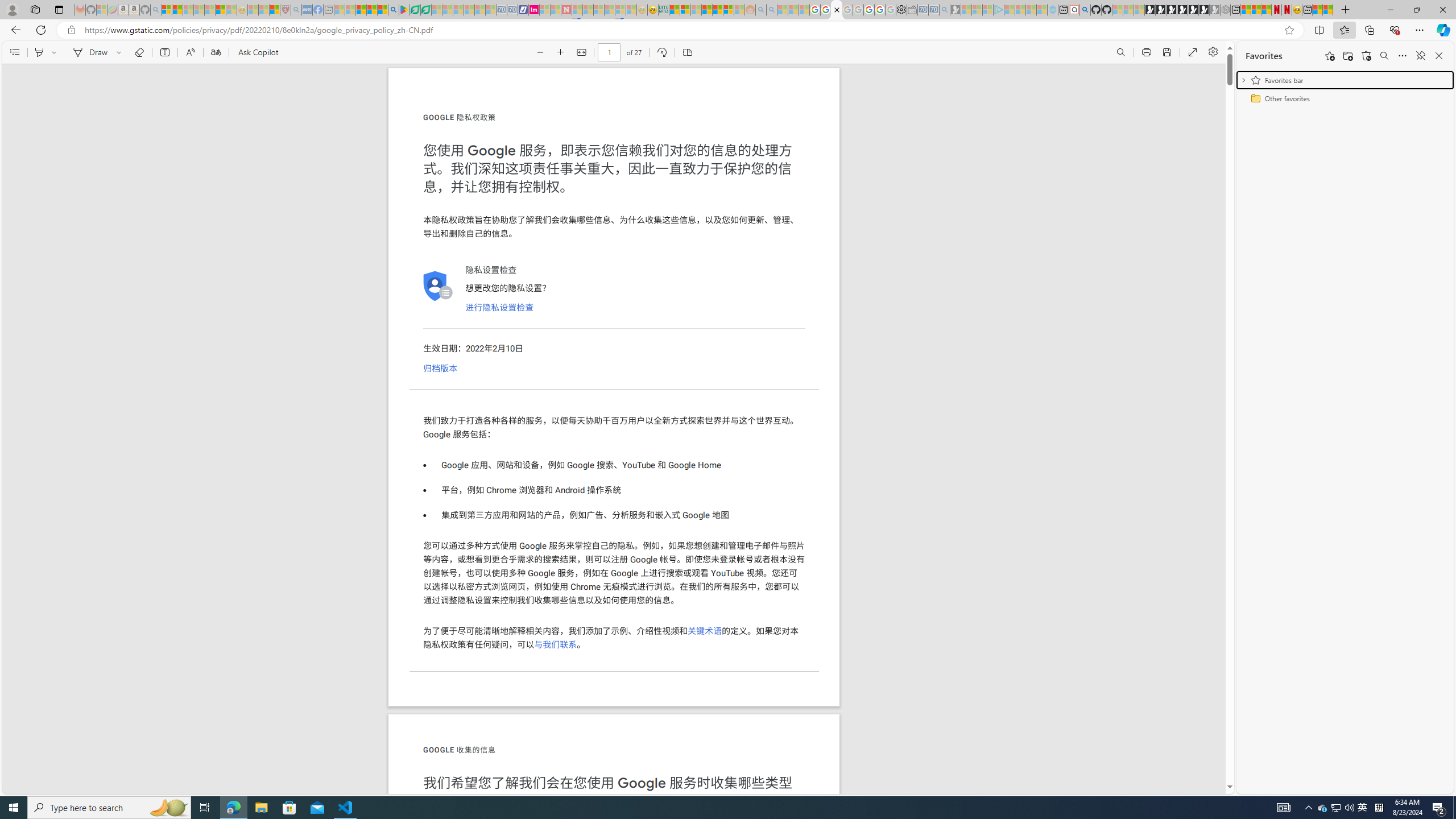 The width and height of the screenshot is (1456, 819). Describe the element at coordinates (1420, 55) in the screenshot. I see `'Unpin favorites'` at that location.